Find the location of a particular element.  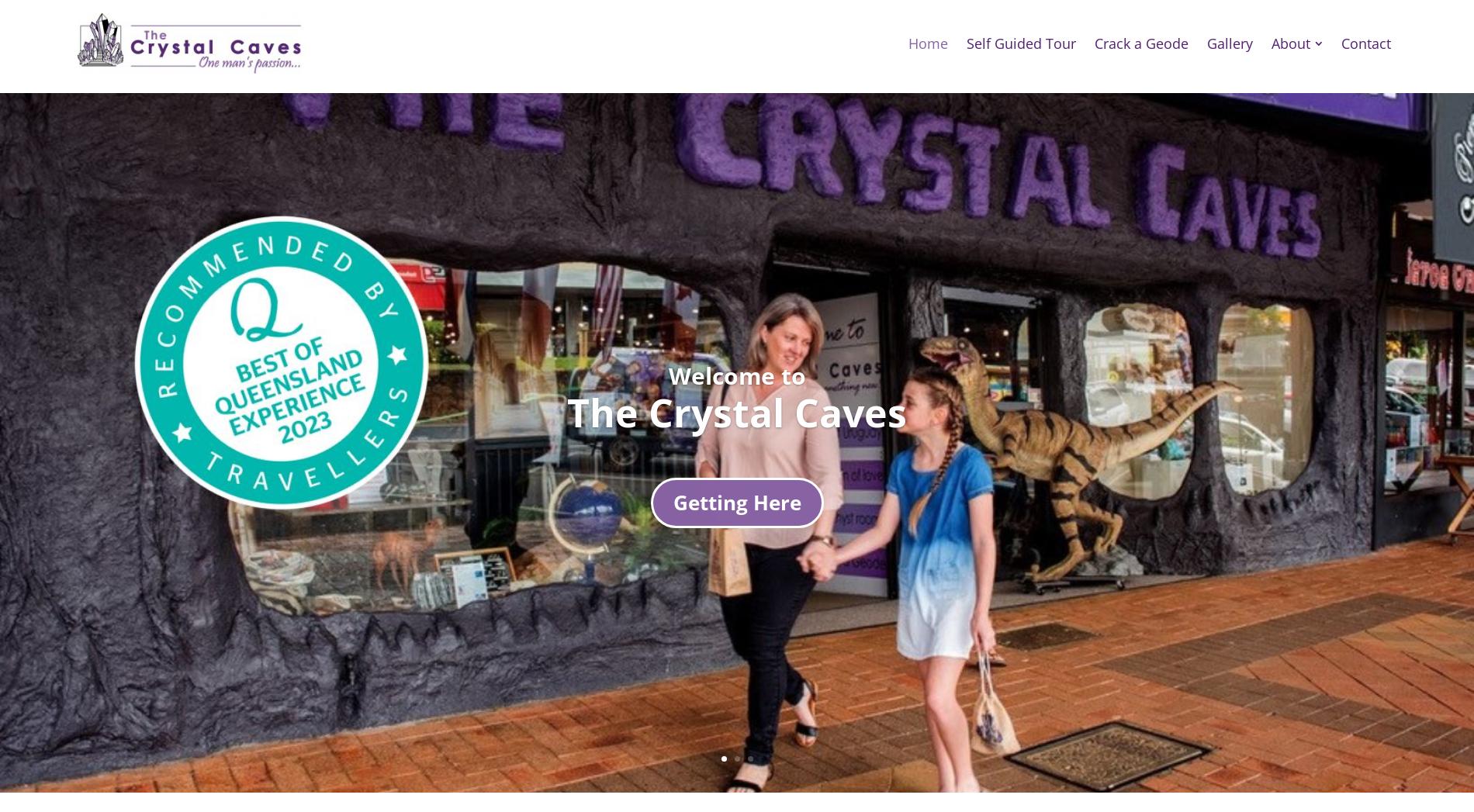

'Contact' is located at coordinates (1341, 50).